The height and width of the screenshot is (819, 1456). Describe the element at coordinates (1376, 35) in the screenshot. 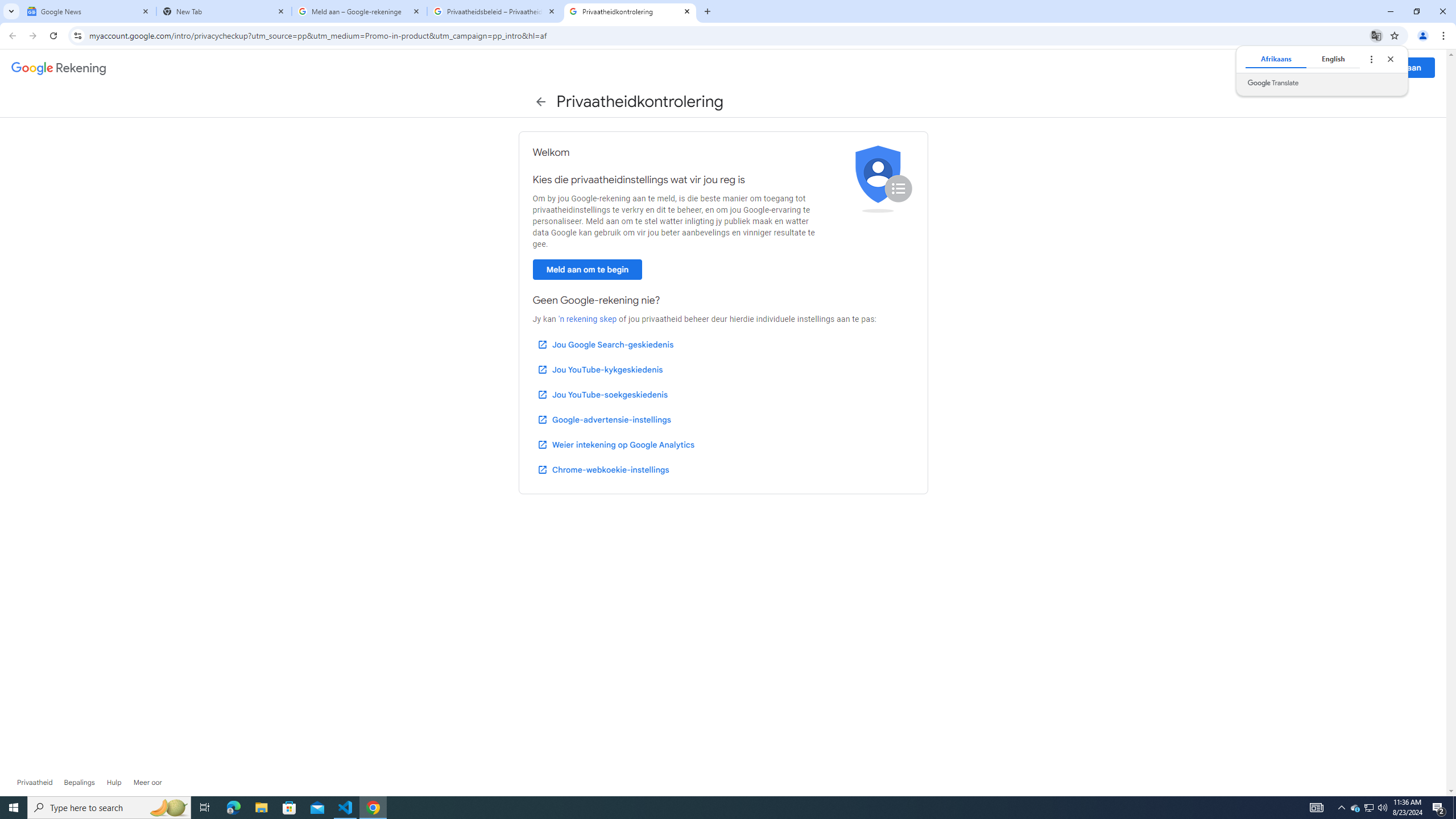

I see `'Translate this page'` at that location.